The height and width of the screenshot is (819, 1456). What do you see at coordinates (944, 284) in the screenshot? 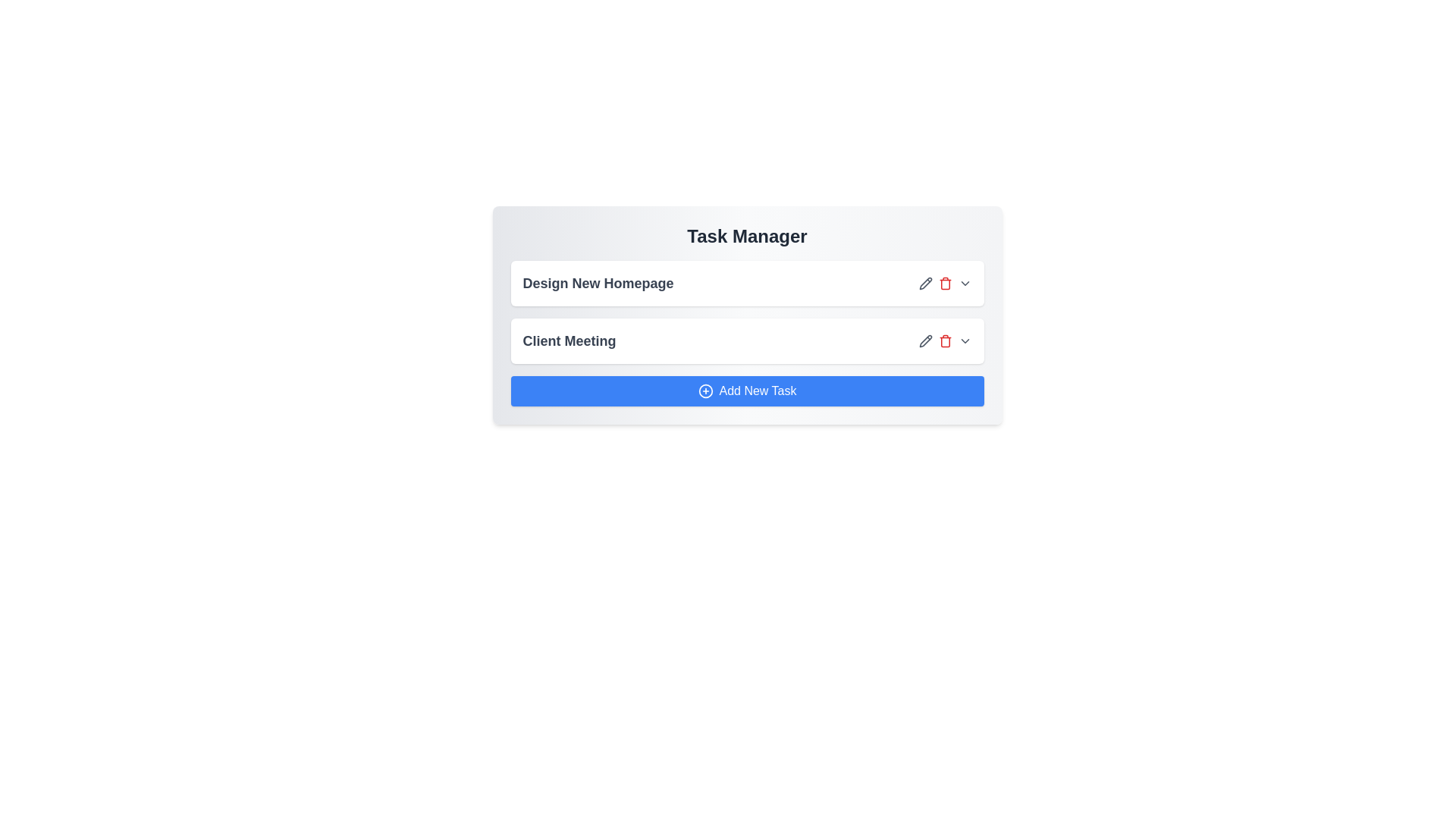
I see `the delete button for the task titled 'Design New Homepage'` at bounding box center [944, 284].